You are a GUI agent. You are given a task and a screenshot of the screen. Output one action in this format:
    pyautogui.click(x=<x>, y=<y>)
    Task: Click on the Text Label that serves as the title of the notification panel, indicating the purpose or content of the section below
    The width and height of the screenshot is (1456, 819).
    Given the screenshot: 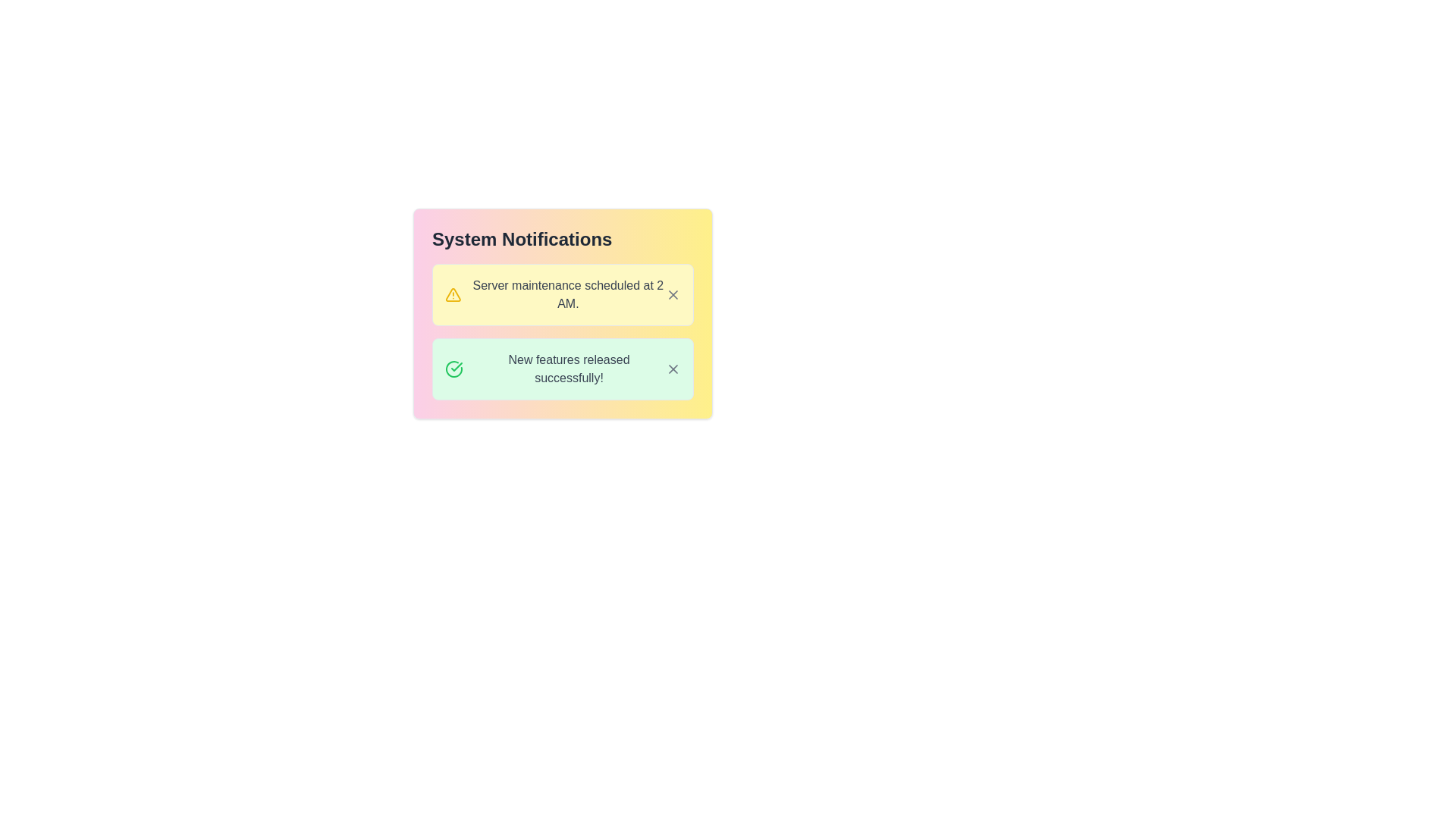 What is the action you would take?
    pyautogui.click(x=562, y=239)
    